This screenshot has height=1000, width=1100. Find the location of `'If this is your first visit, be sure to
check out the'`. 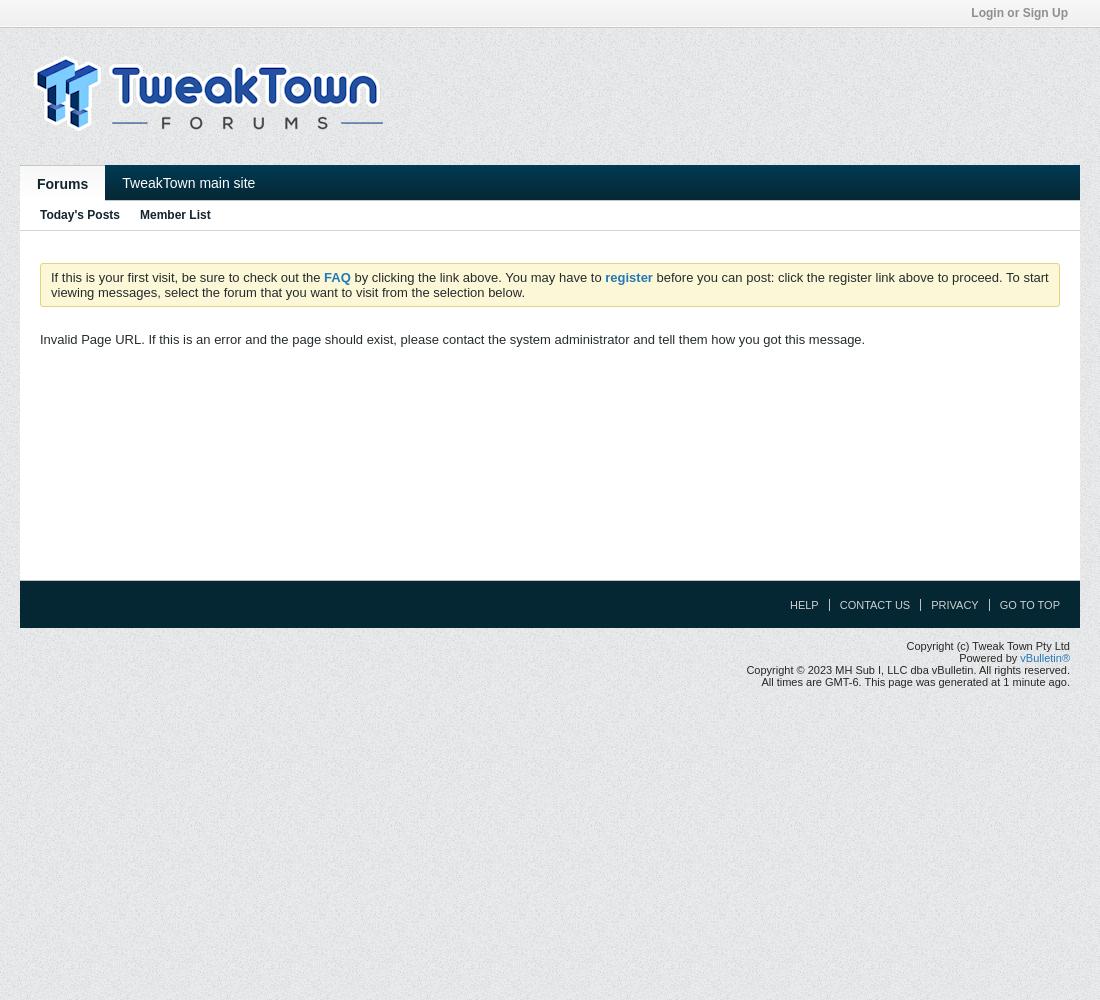

'If this is your first visit, be sure to
check out the' is located at coordinates (186, 277).